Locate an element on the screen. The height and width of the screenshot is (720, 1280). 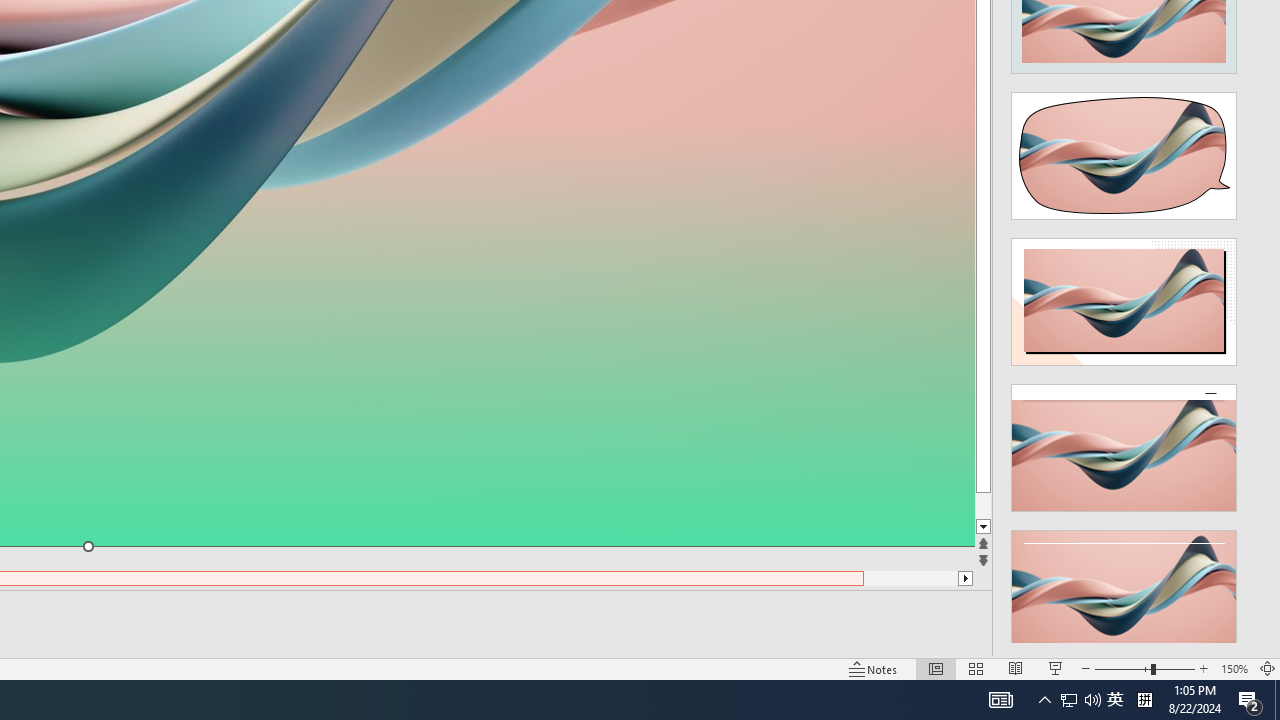
'Zoom 150%' is located at coordinates (1233, 669).